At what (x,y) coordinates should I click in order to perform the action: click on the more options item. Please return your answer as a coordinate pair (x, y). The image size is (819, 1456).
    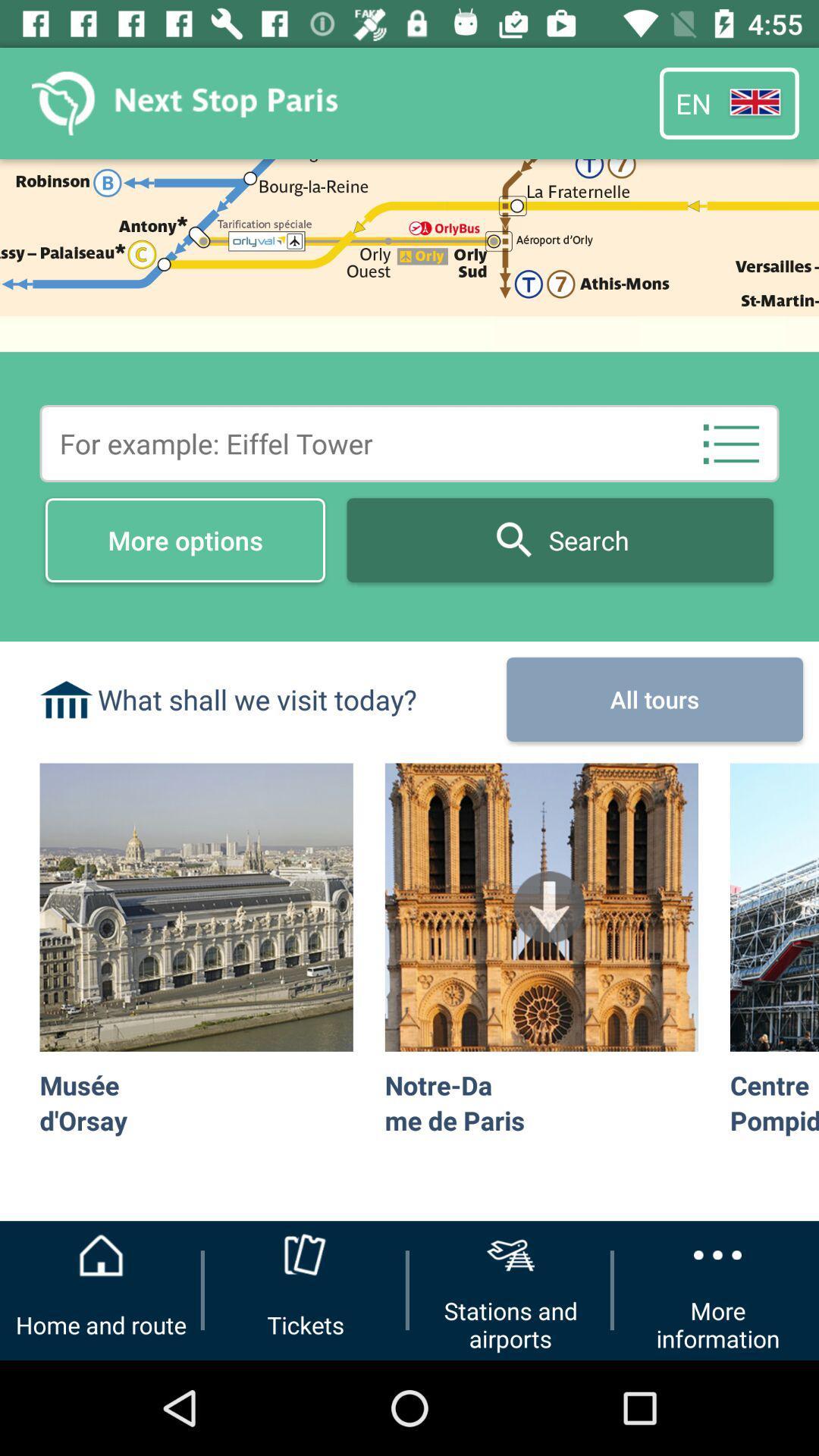
    Looking at the image, I should click on (184, 540).